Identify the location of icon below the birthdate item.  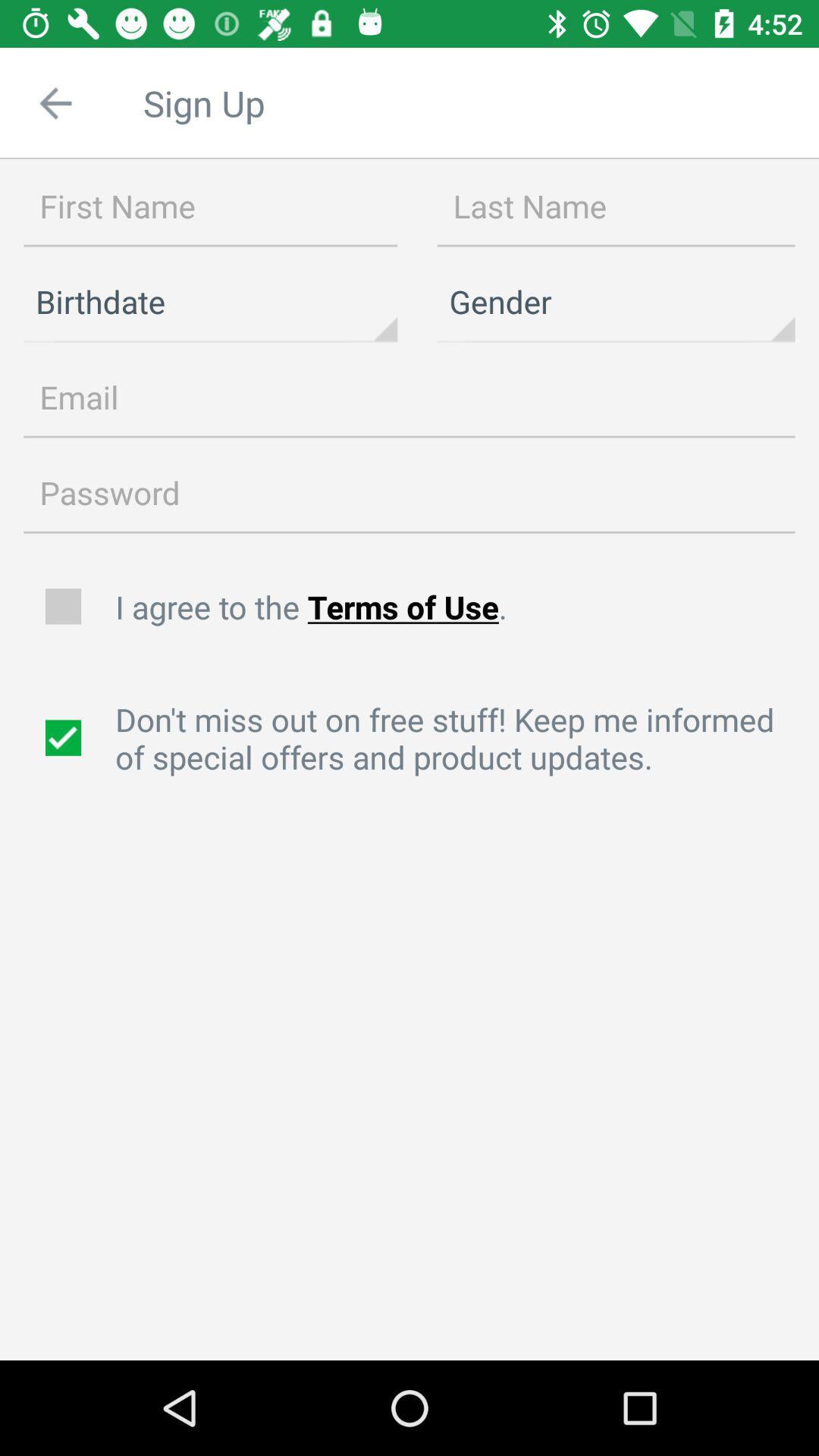
(409, 397).